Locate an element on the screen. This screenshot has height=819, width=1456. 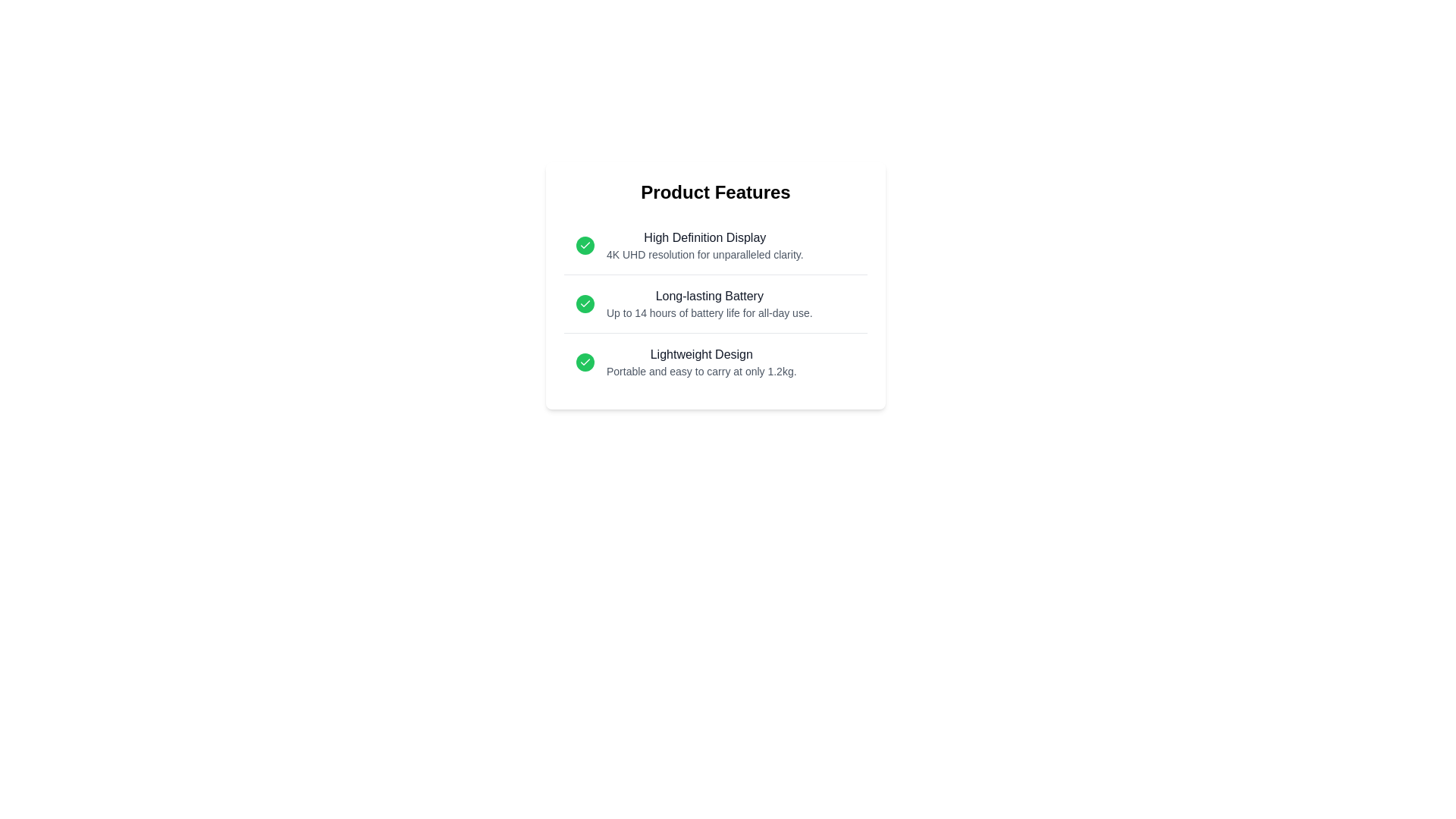
the checklist item corresponding to Long-lasting Battery is located at coordinates (715, 304).